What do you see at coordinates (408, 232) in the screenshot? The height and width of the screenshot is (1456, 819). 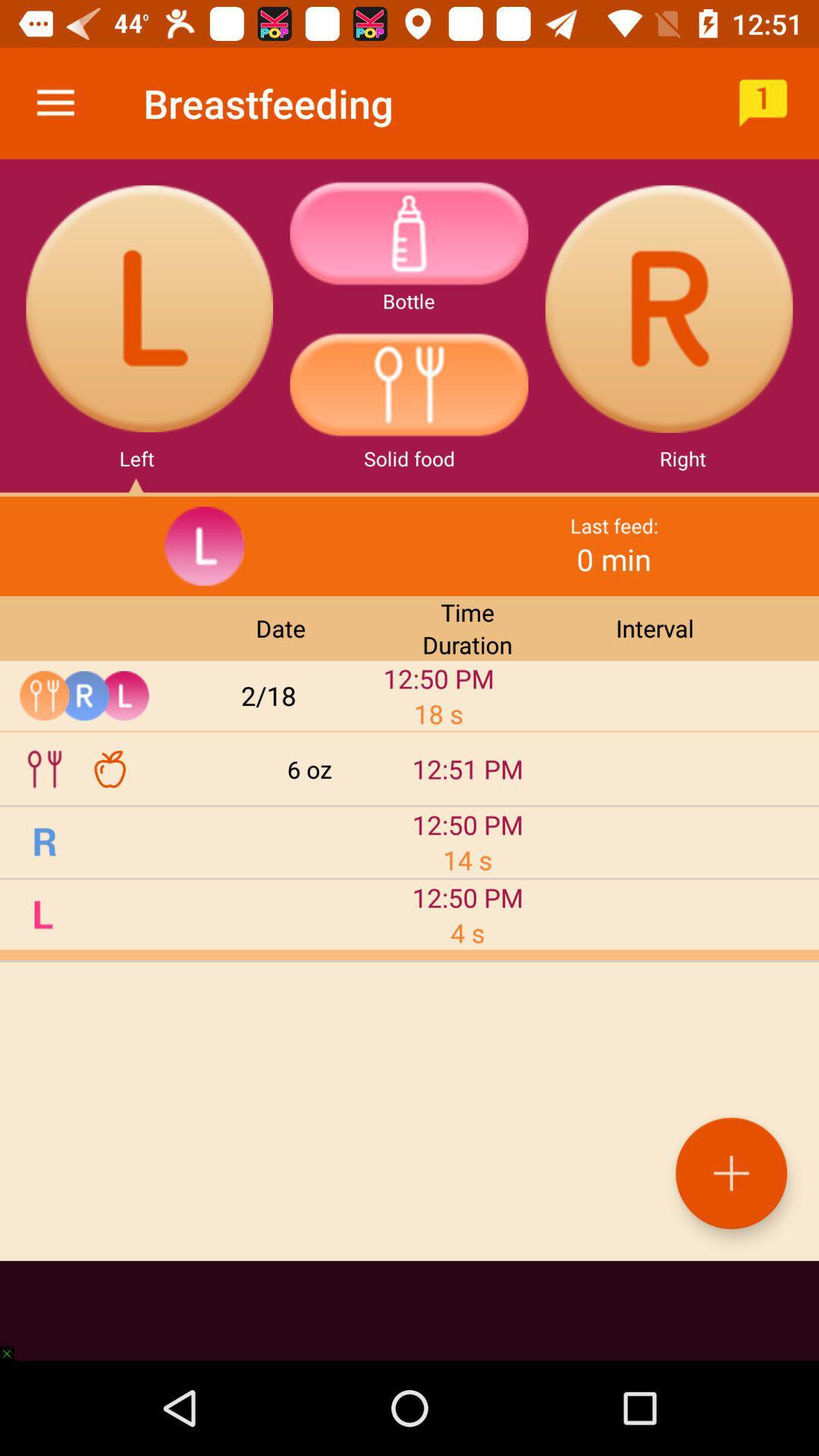 I see `the more icon` at bounding box center [408, 232].